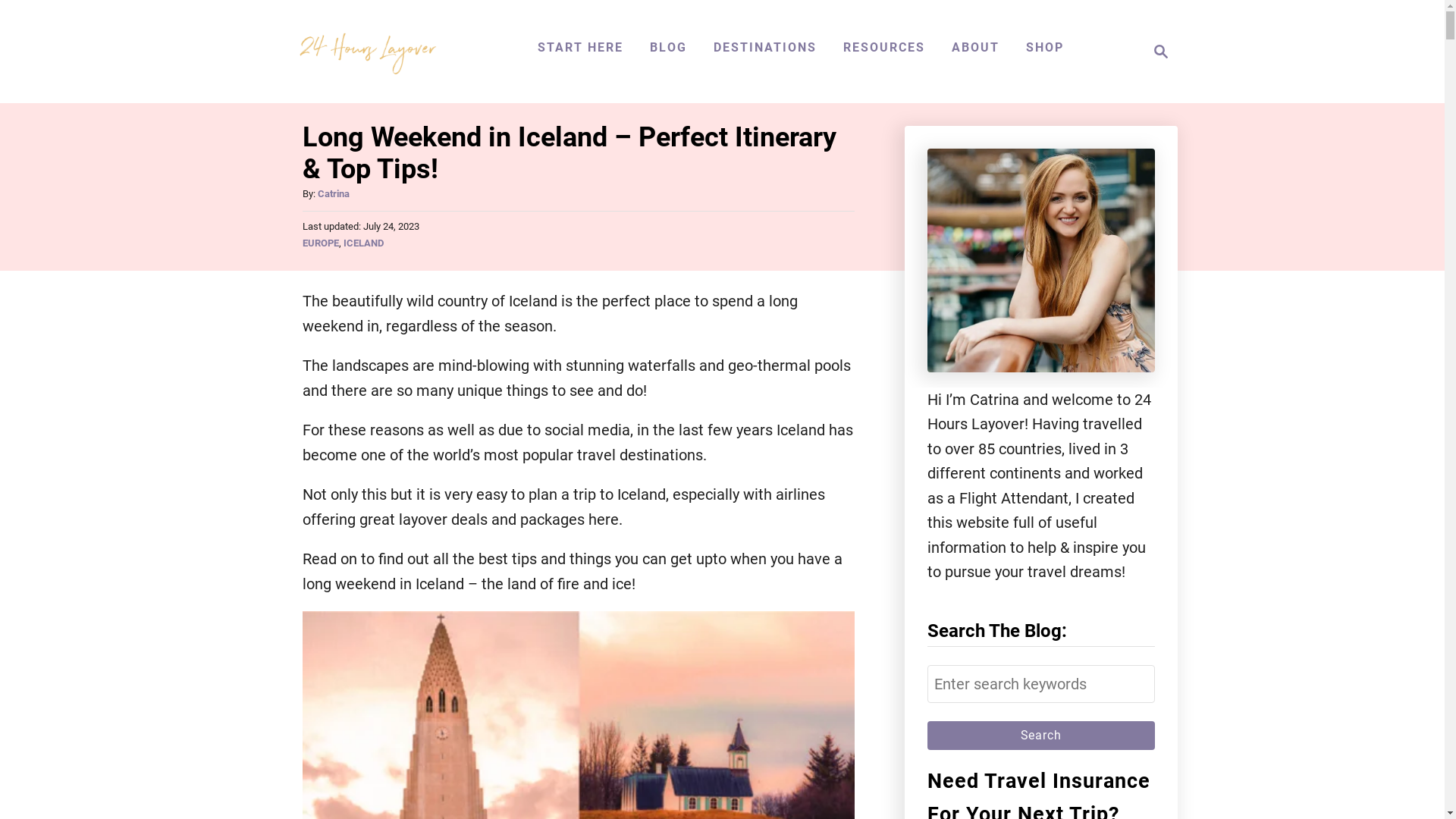  Describe the element at coordinates (367, 50) in the screenshot. I see `'24 Hours Layover'` at that location.